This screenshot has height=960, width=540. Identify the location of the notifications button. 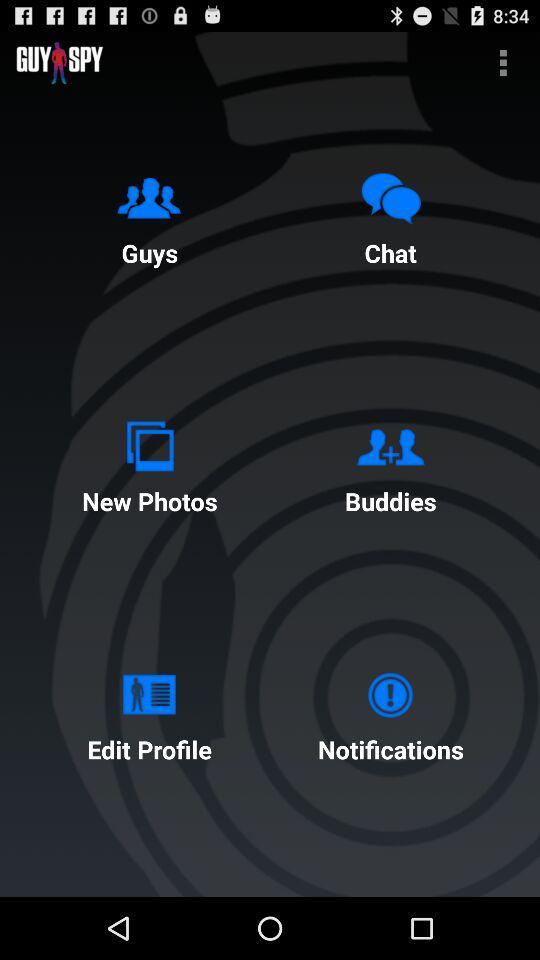
(390, 712).